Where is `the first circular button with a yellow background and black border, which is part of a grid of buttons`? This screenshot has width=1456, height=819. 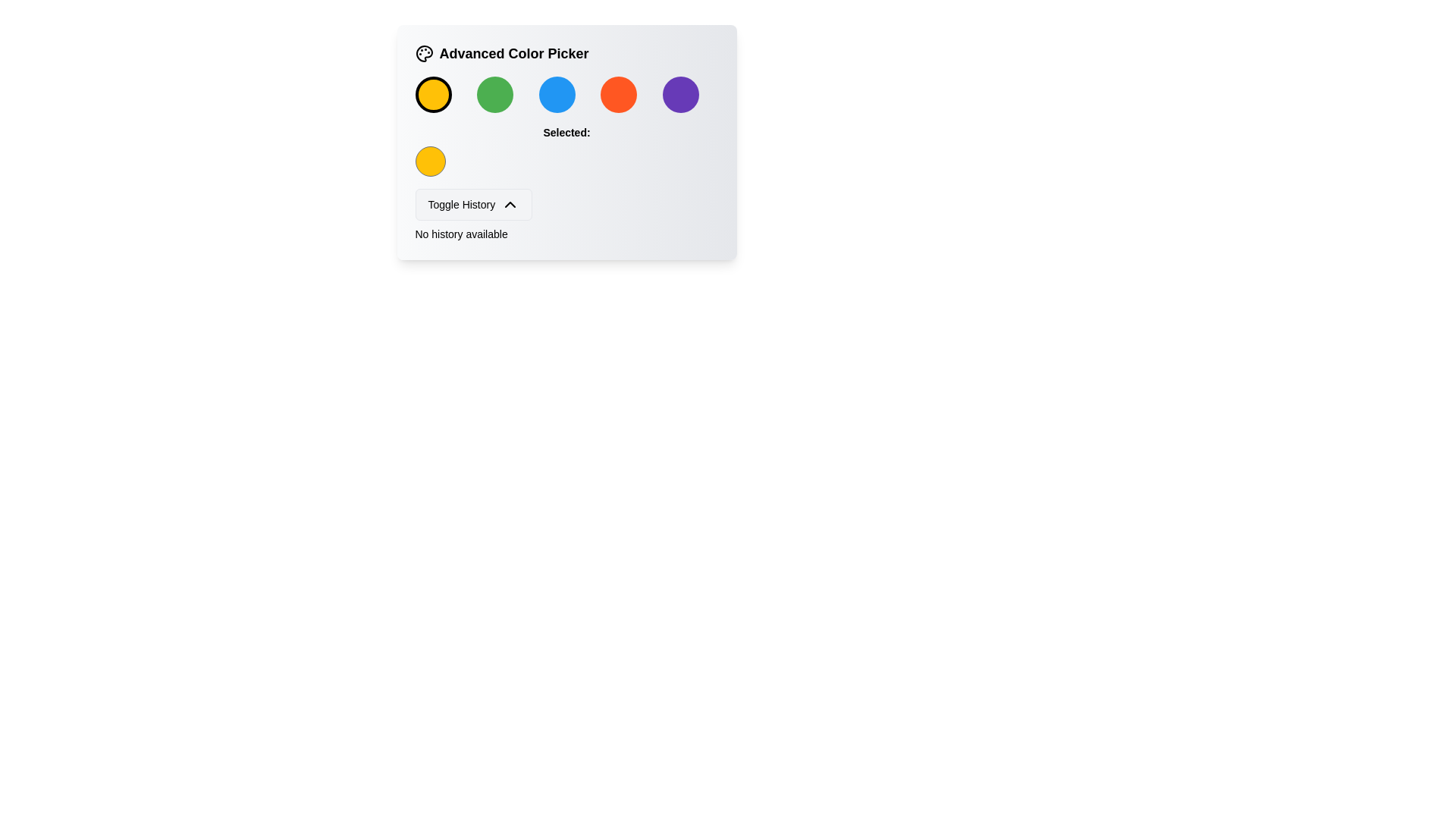 the first circular button with a yellow background and black border, which is part of a grid of buttons is located at coordinates (432, 94).